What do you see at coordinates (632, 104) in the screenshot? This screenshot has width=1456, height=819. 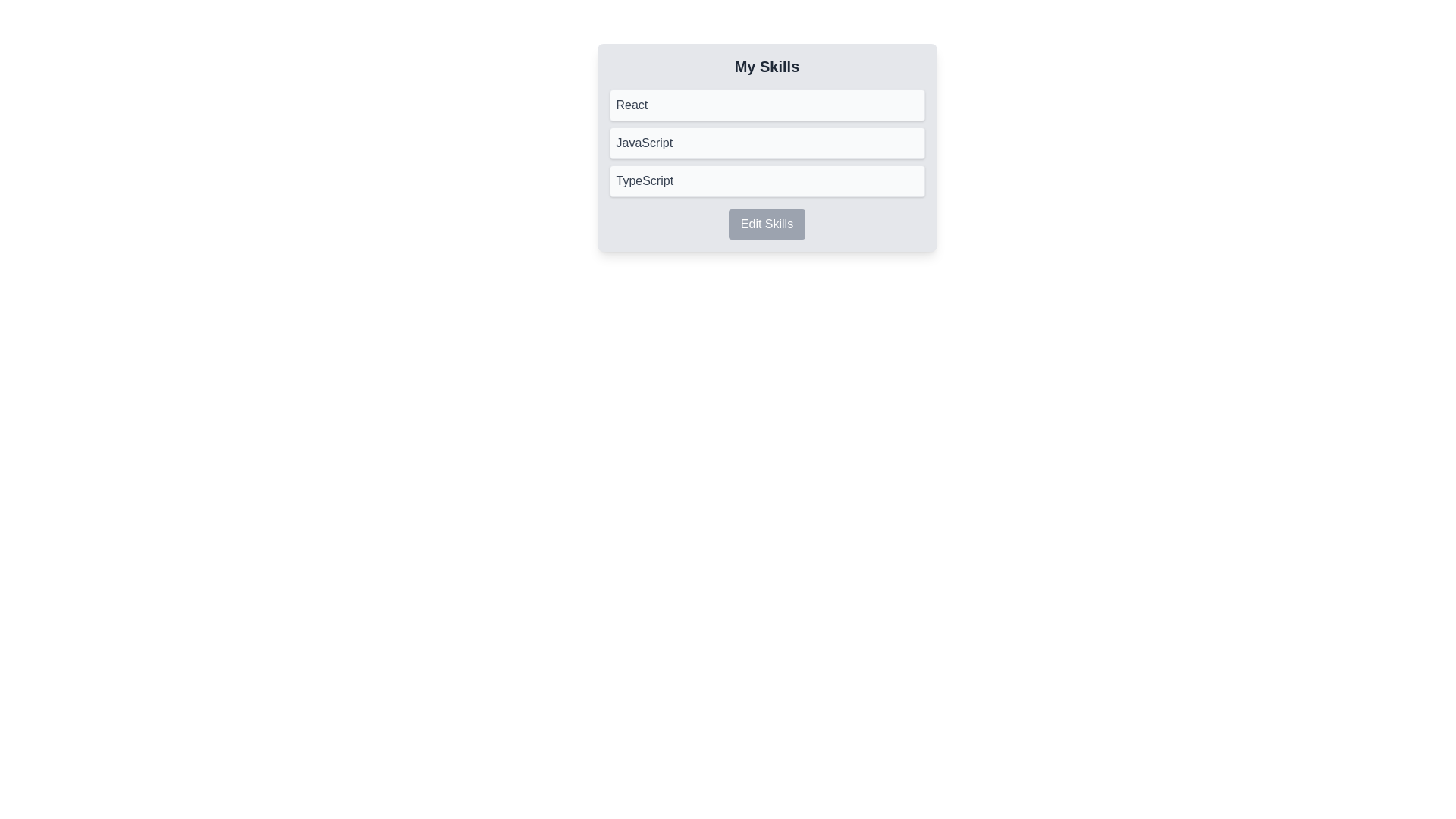 I see `the text label displaying 'React' in a dark gray color, which is the first line of text in the skills list under 'My Skills'` at bounding box center [632, 104].